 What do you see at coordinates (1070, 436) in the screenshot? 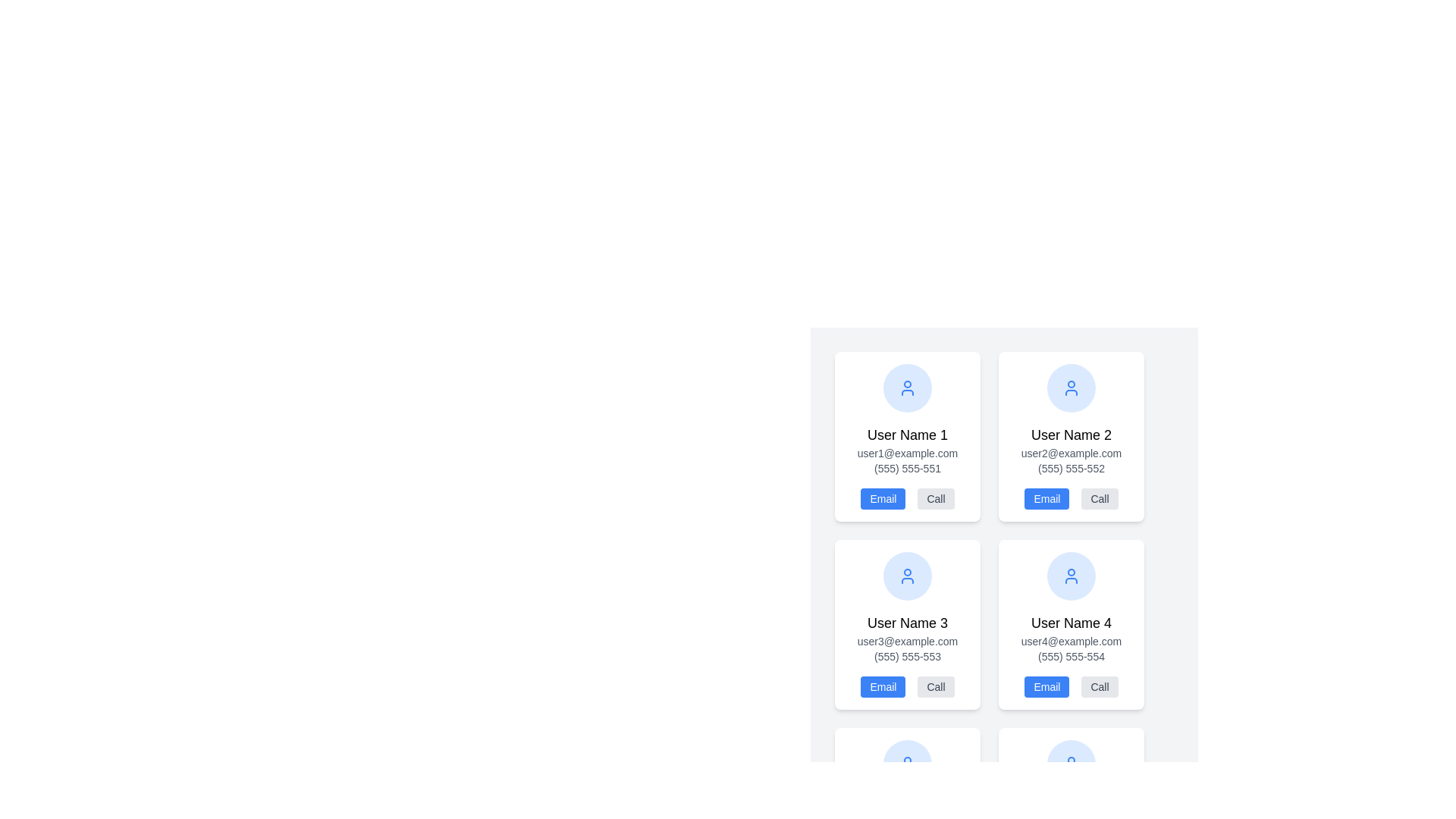
I see `on the user information Card UI component located in the second column of the first row` at bounding box center [1070, 436].